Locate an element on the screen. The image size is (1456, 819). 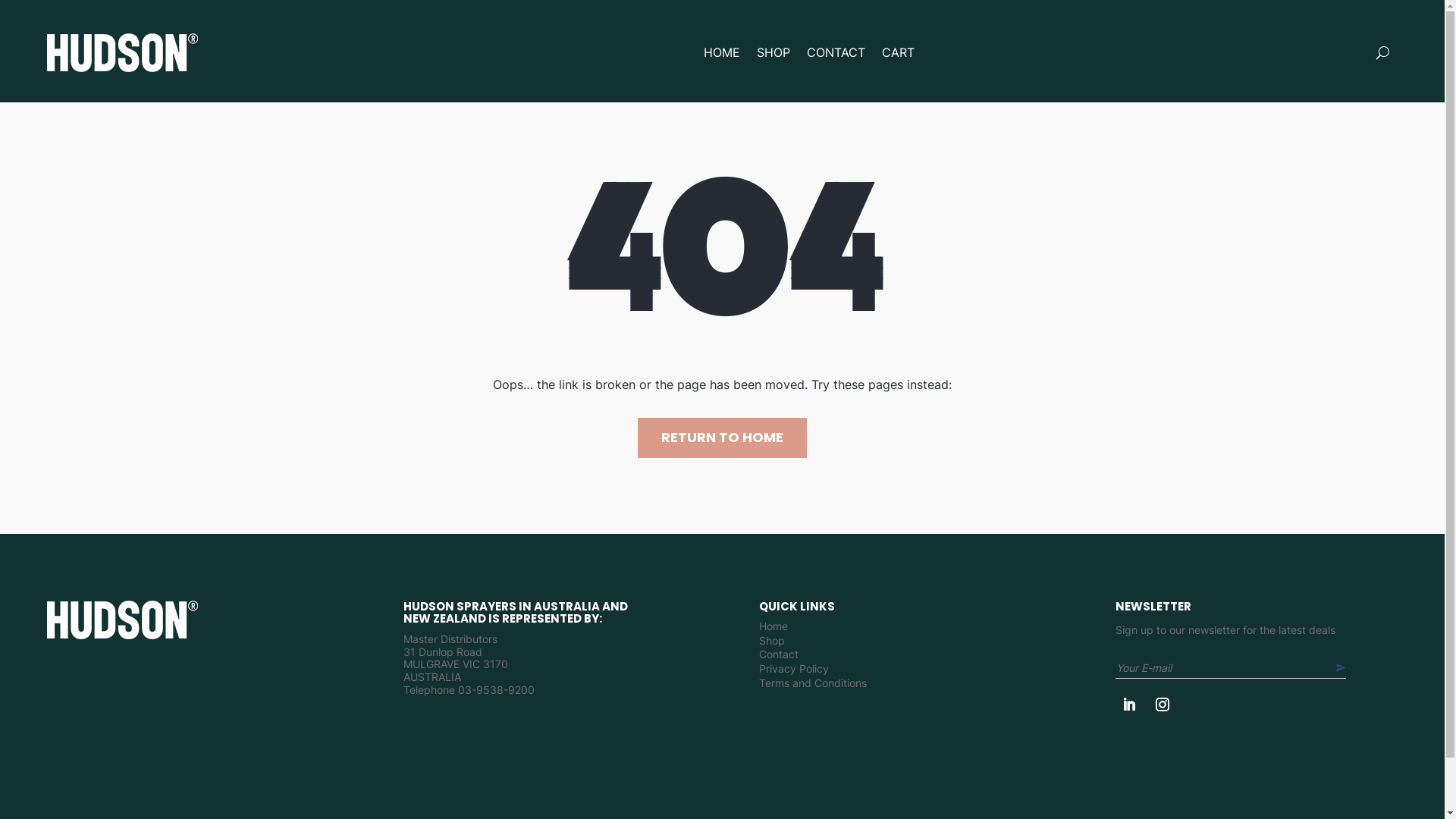
'Home' is located at coordinates (773, 629).